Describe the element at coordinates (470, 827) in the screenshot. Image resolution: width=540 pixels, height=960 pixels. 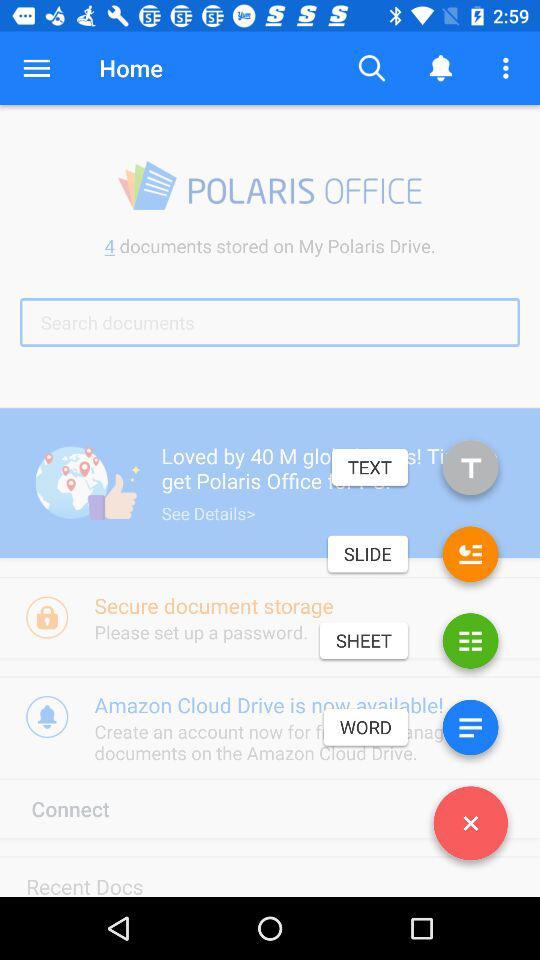
I see `icon to the right of the connect item` at that location.